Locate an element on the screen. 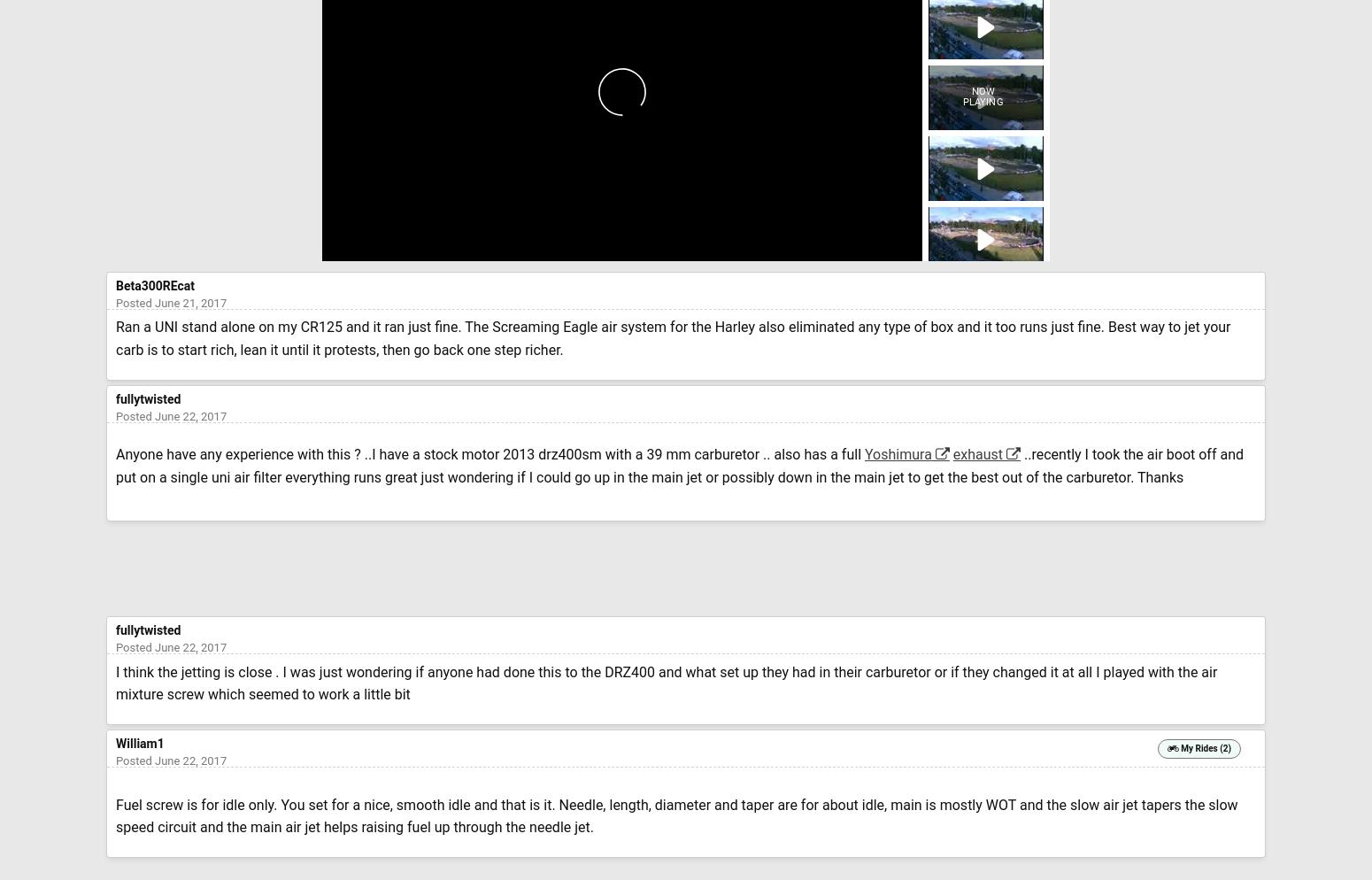 The height and width of the screenshot is (880, 1372). 'William1' is located at coordinates (138, 743).